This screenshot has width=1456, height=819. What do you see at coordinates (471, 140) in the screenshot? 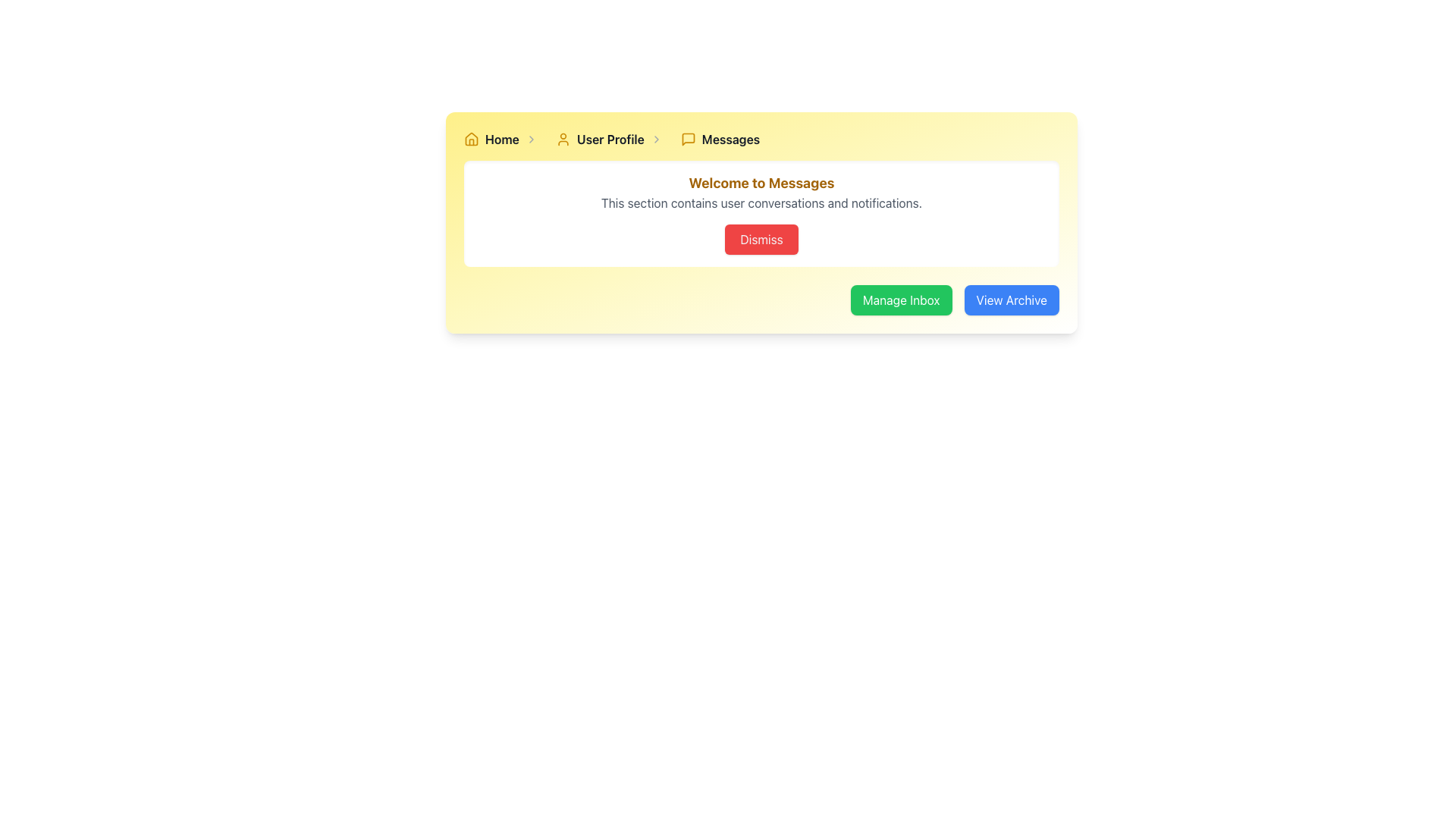
I see `the Home icon` at bounding box center [471, 140].